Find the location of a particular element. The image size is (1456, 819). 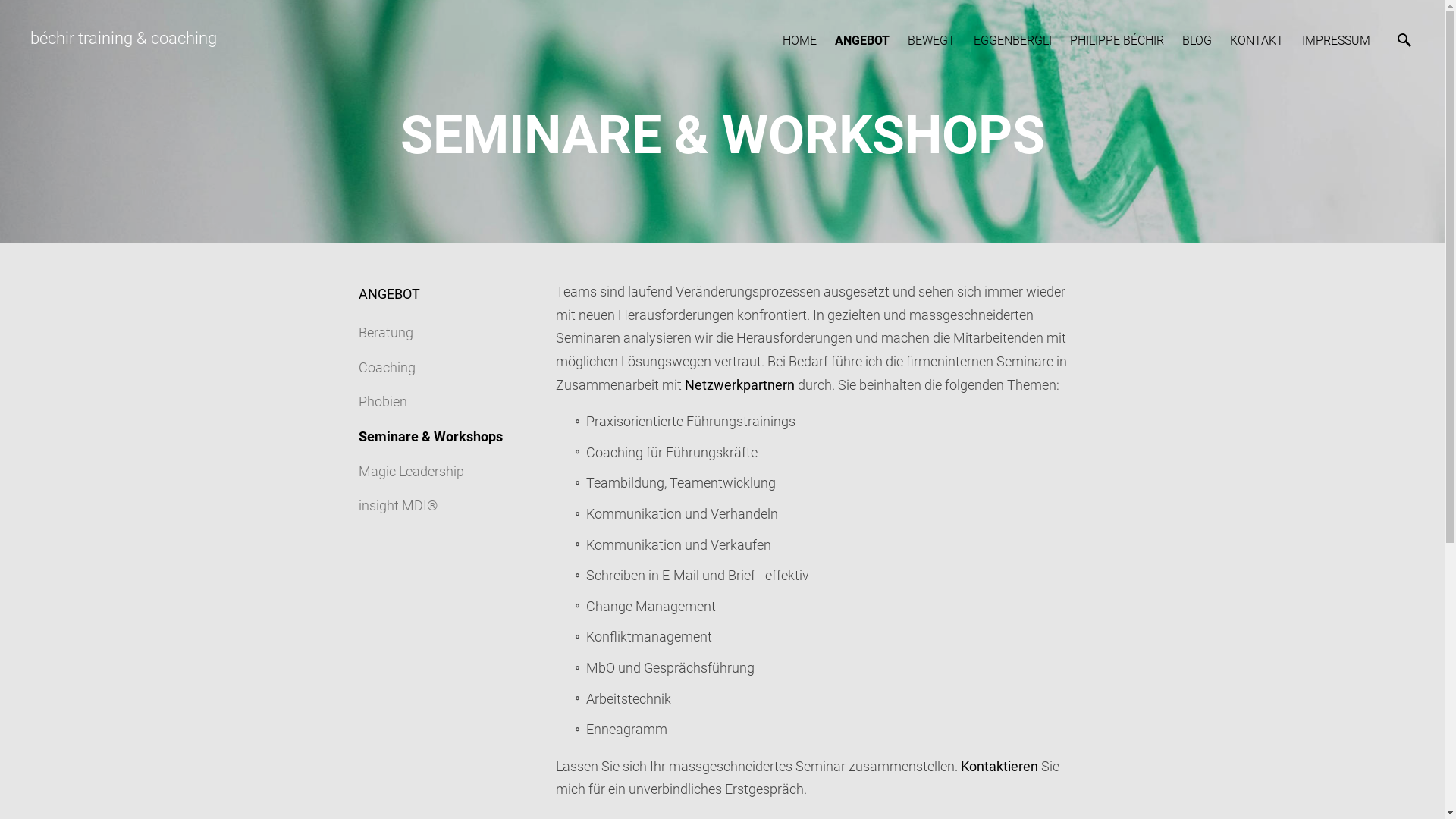

'Coaching' is located at coordinates (386, 367).